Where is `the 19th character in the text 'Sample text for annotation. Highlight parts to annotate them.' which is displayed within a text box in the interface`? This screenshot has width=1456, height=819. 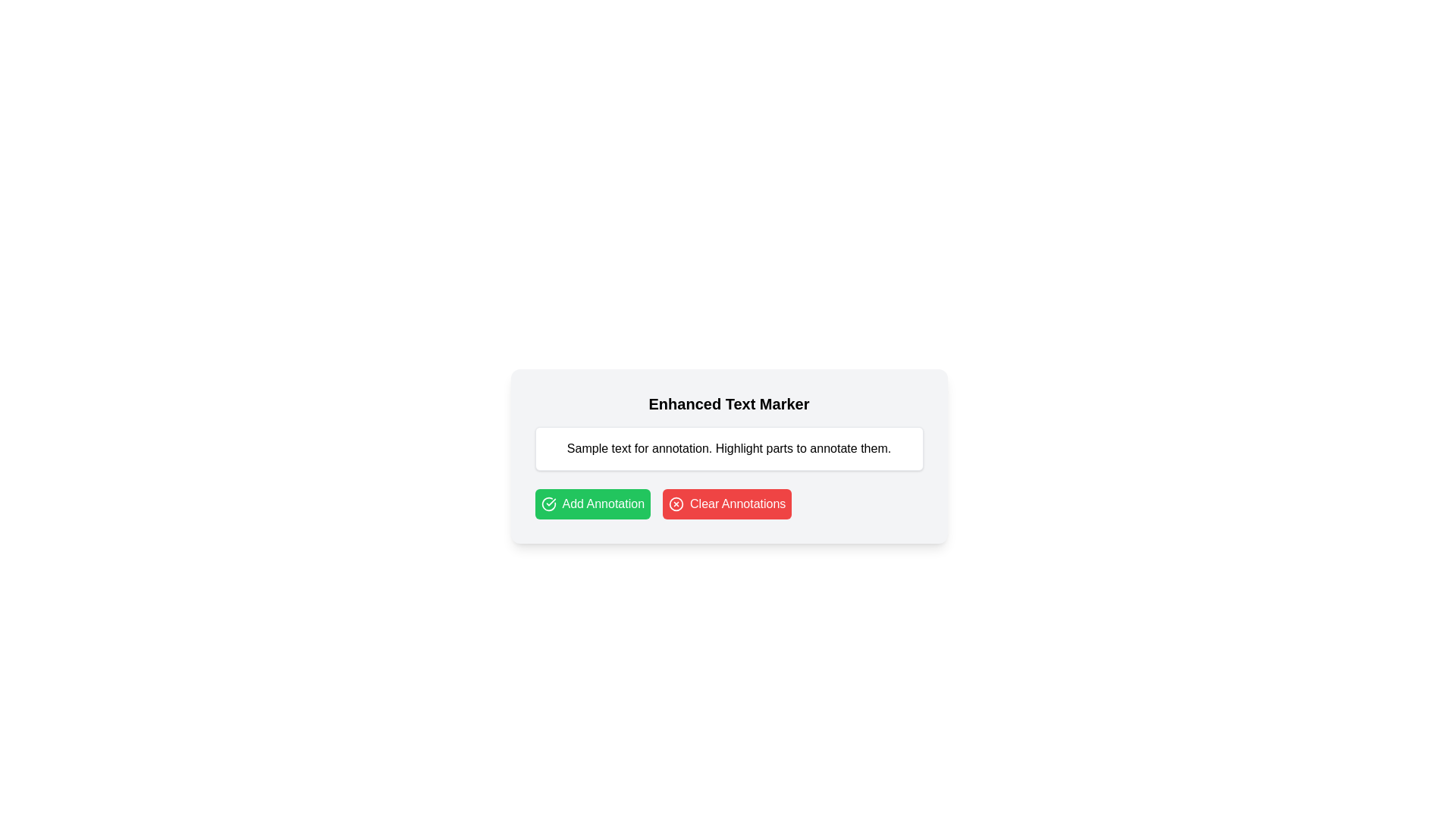
the 19th character in the text 'Sample text for annotation. Highlight parts to annotate them.' which is displayed within a text box in the interface is located at coordinates (668, 447).